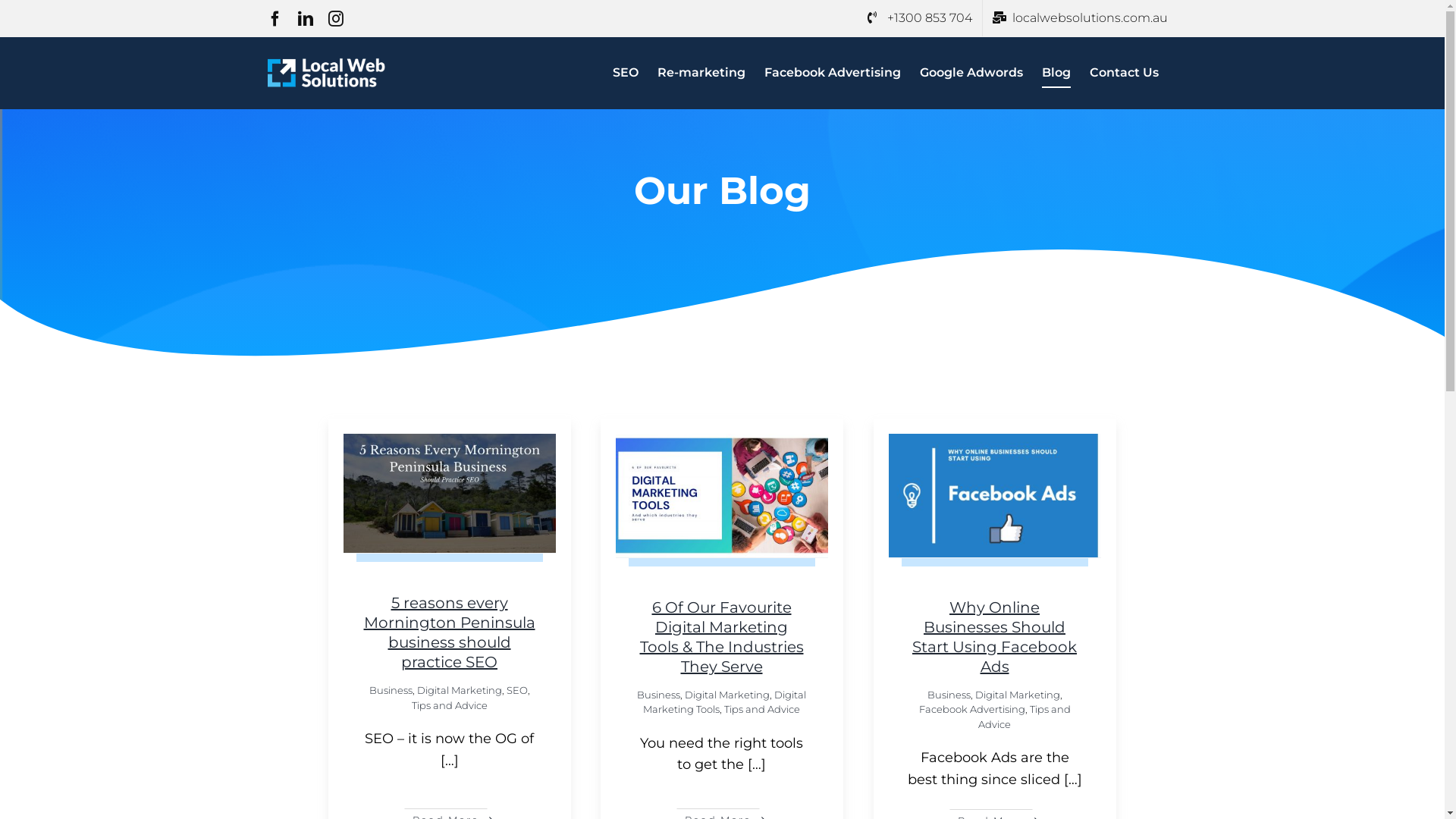  What do you see at coordinates (971, 73) in the screenshot?
I see `'Google Adwords'` at bounding box center [971, 73].